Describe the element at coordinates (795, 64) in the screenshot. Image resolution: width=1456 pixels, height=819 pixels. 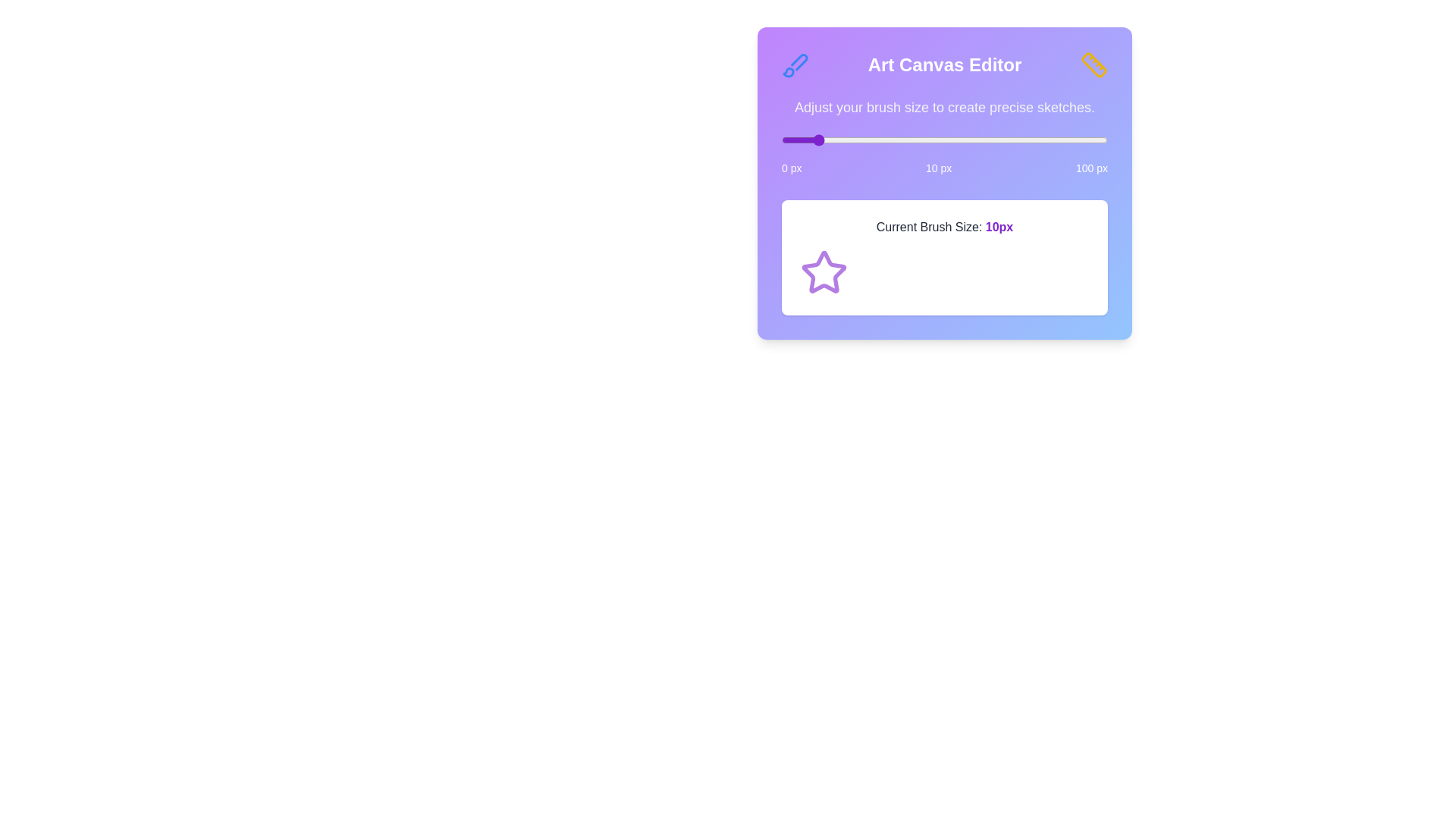
I see `the Brush icon to interact with it` at that location.